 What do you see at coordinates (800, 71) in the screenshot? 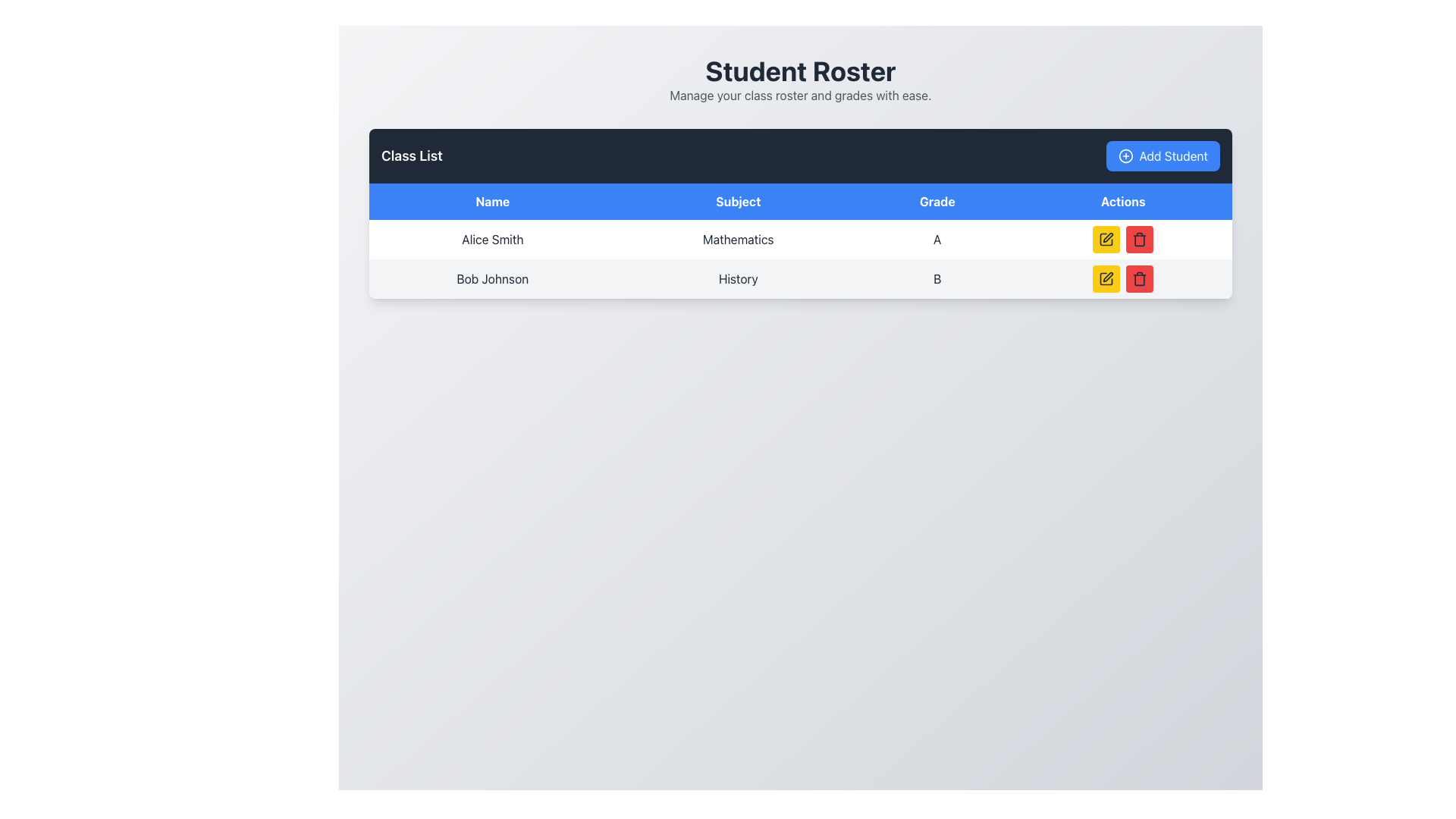
I see `the 'Student Roster' text label, which is a bold, large, dark gray title centered at the top of the interface` at bounding box center [800, 71].